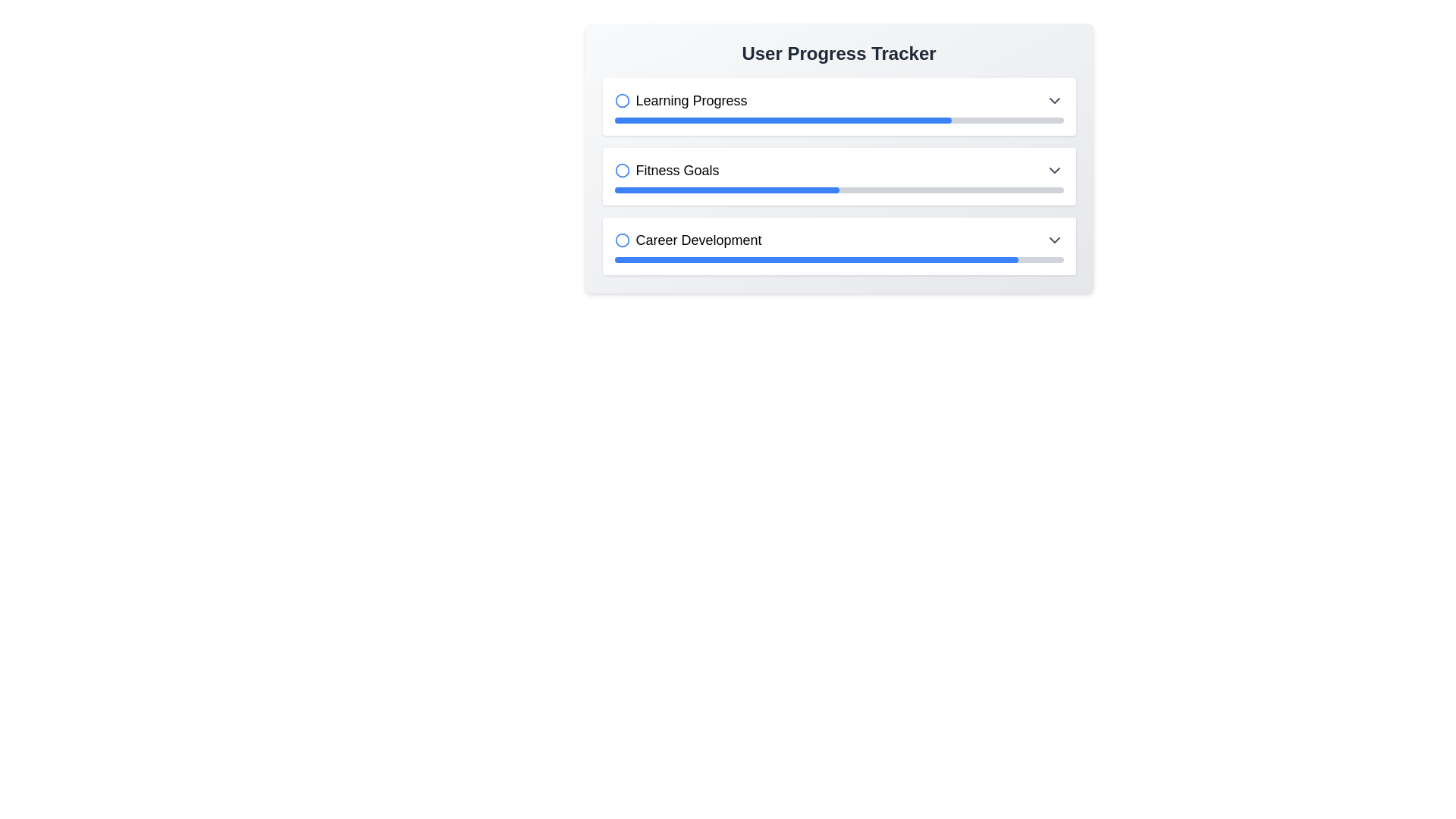 The image size is (1456, 819). Describe the element at coordinates (622, 239) in the screenshot. I see `the circular graphical element located in the 'Career Development' section of the user progress tracker` at that location.